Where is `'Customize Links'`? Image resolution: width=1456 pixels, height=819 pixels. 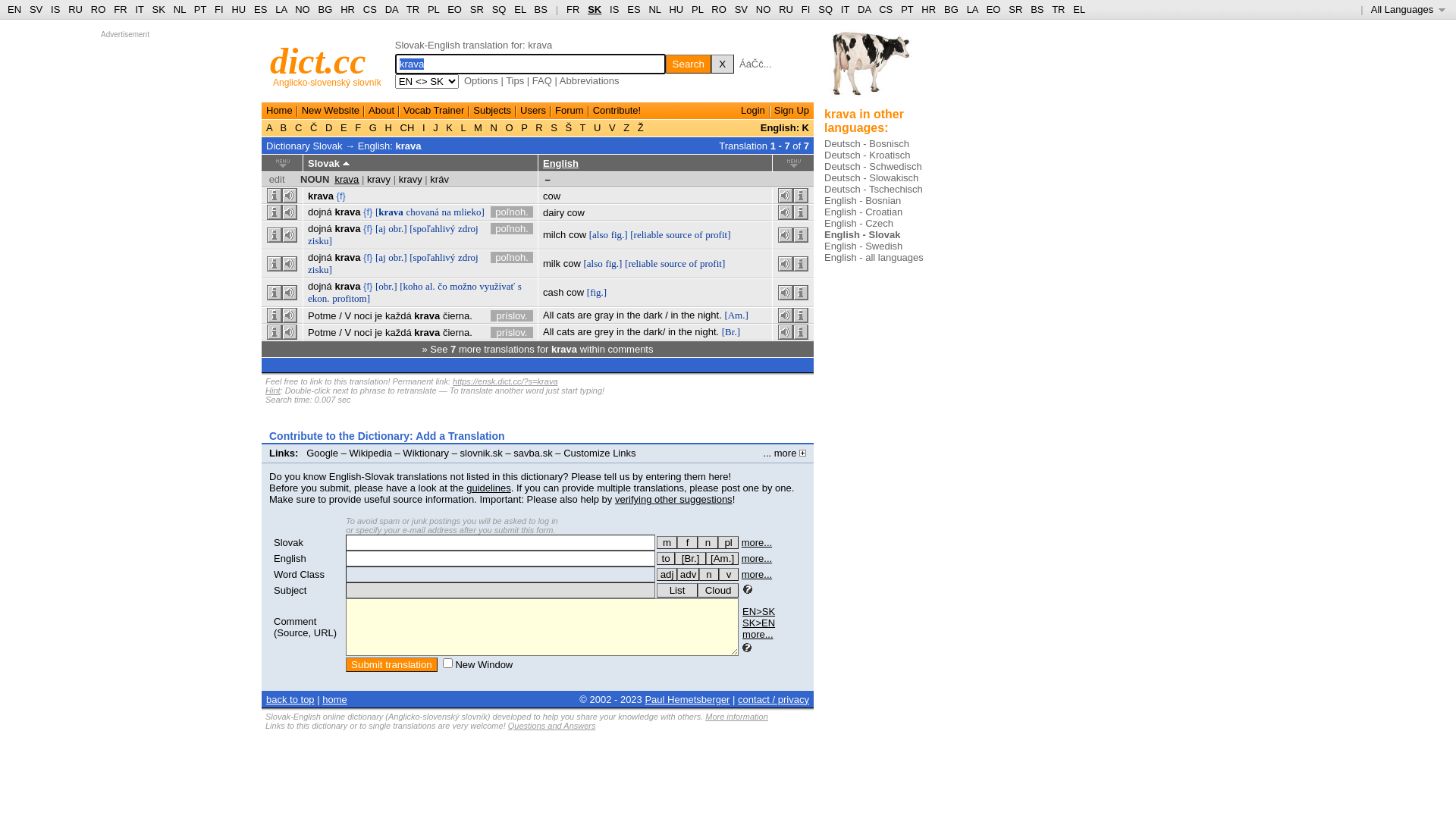
'Customize Links' is located at coordinates (598, 452).